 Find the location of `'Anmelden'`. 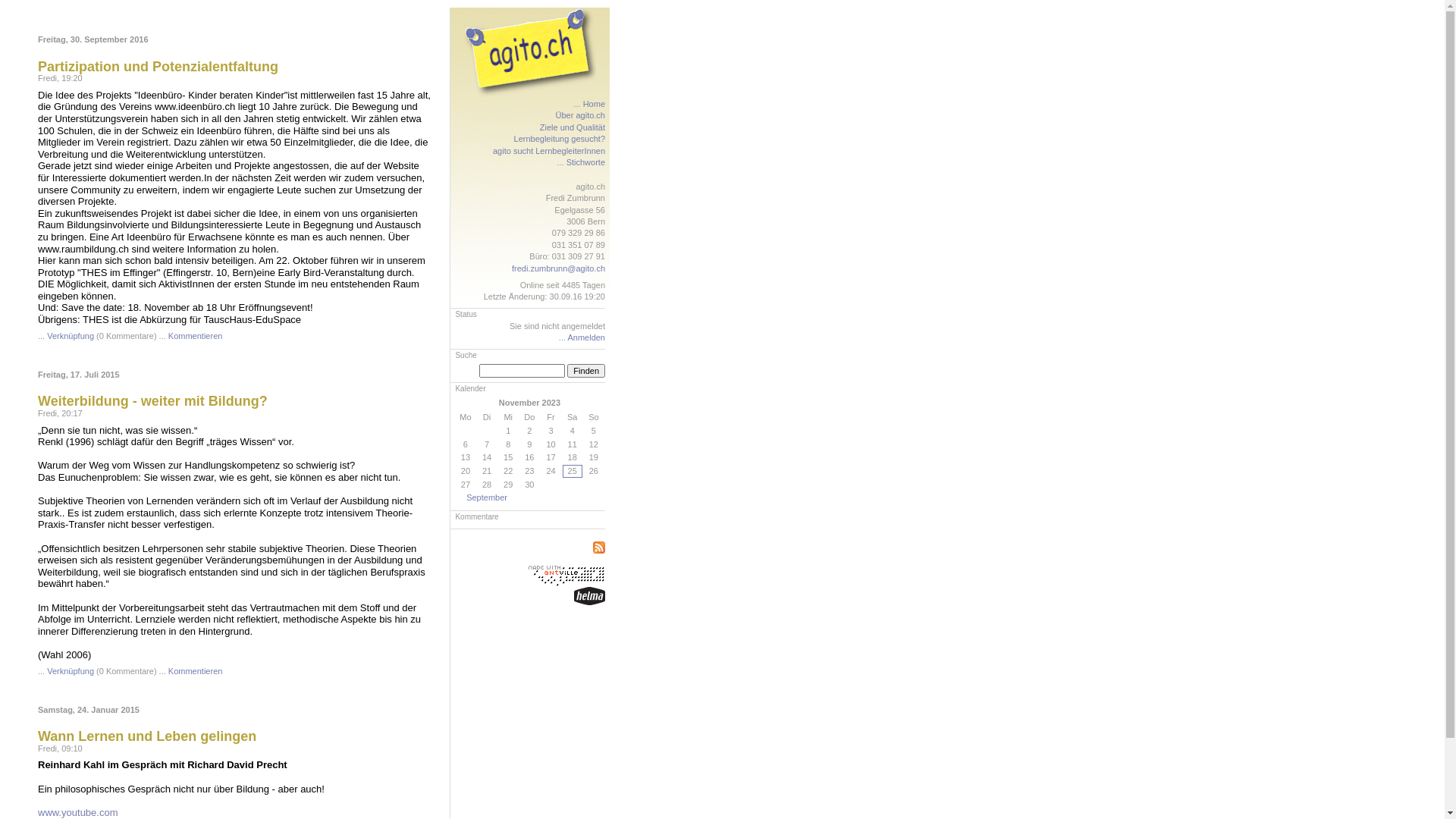

'Anmelden' is located at coordinates (566, 336).